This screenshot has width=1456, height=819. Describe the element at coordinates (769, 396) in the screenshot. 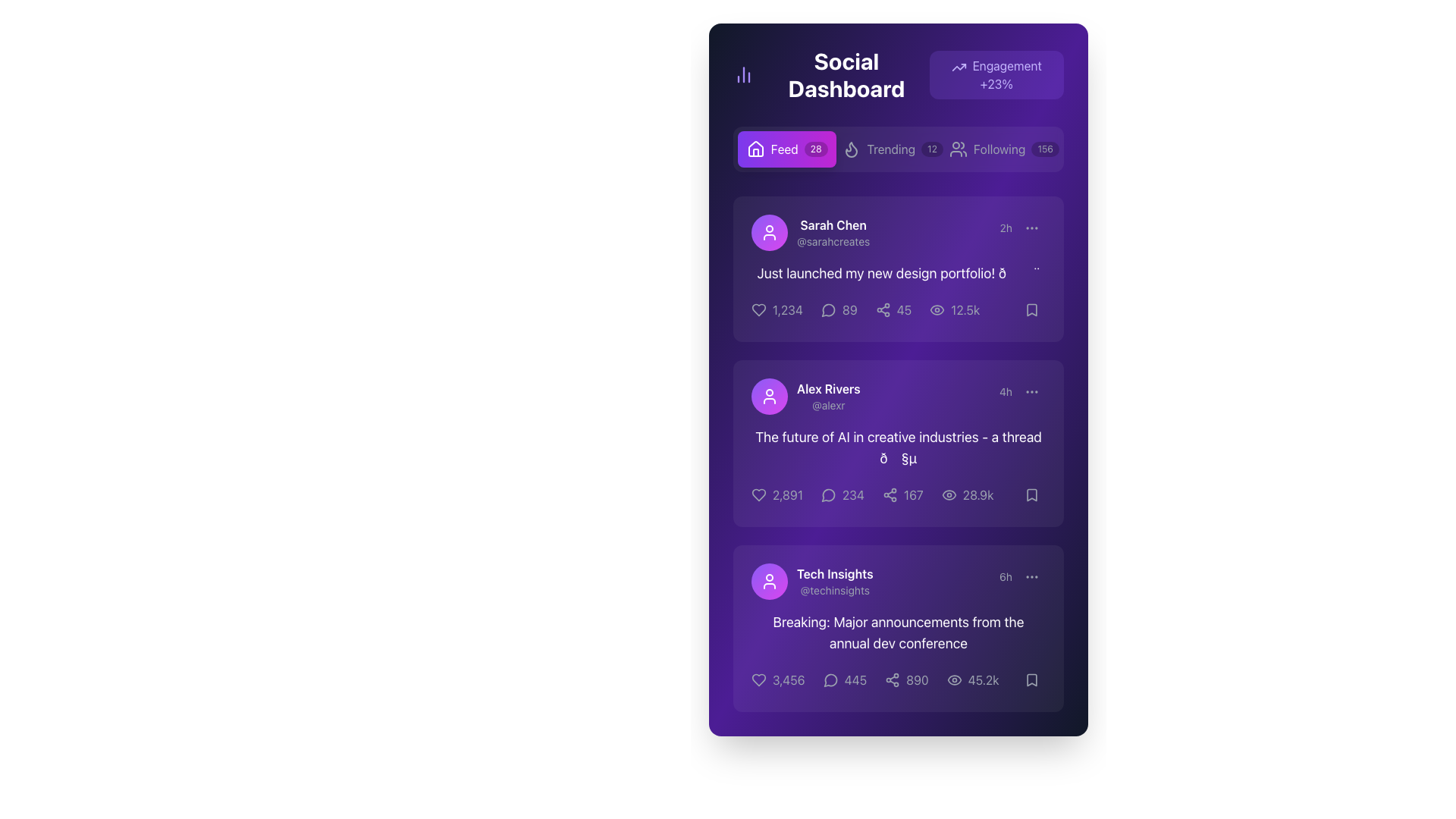

I see `the user silhouette icon` at that location.